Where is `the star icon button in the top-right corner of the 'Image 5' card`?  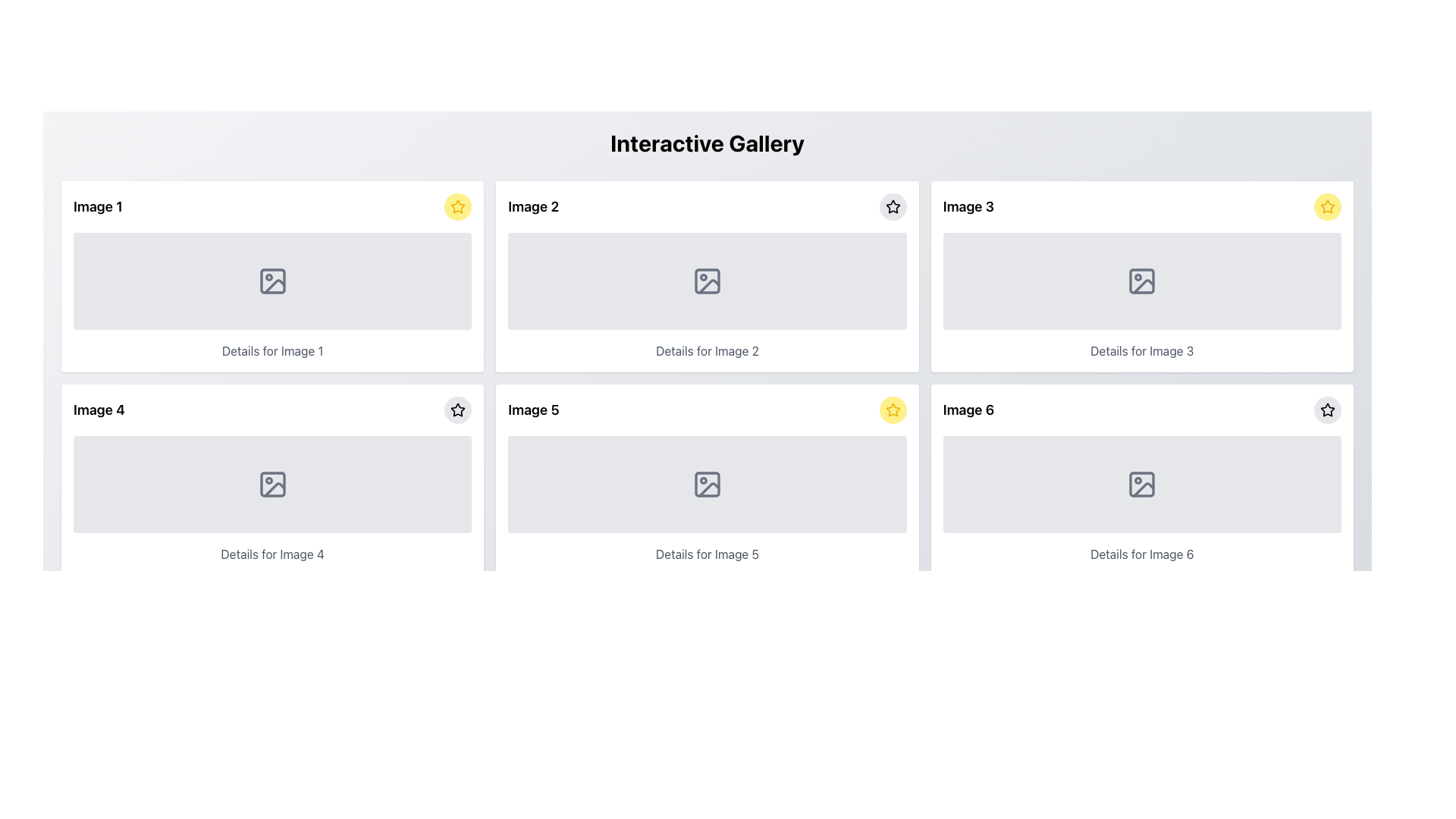
the star icon button in the top-right corner of the 'Image 5' card is located at coordinates (457, 409).